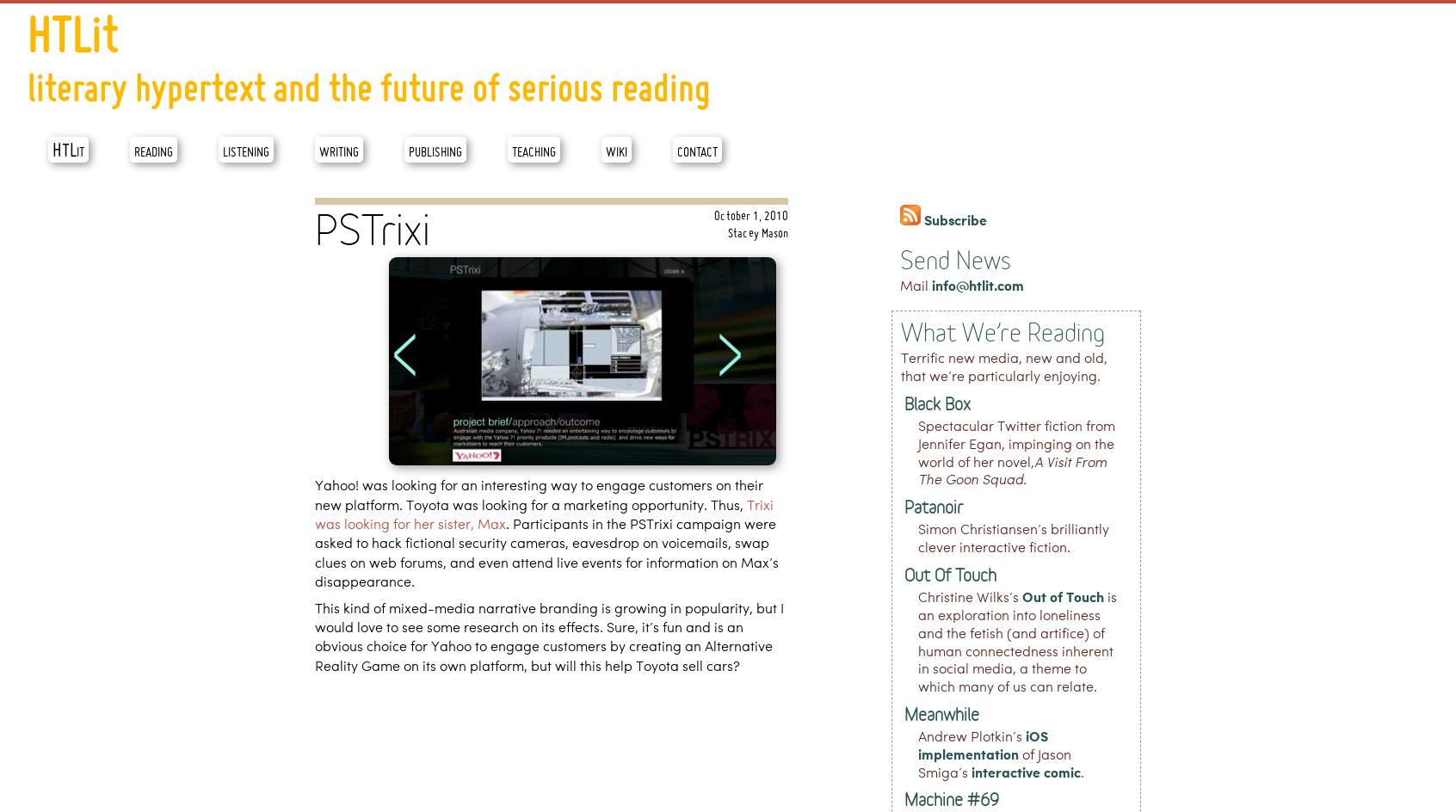 The image size is (1456, 812). What do you see at coordinates (314, 514) in the screenshot?
I see `'Trixi was looking for her sister,  Max'` at bounding box center [314, 514].